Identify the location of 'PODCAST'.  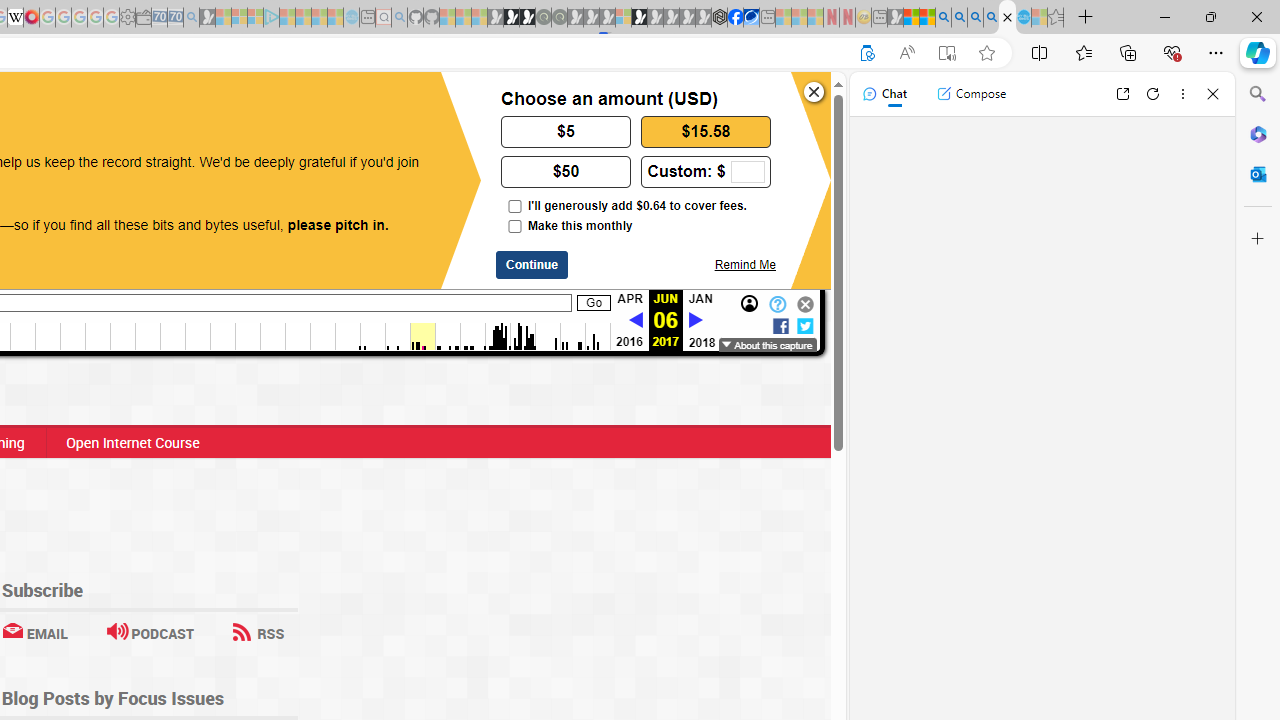
(149, 633).